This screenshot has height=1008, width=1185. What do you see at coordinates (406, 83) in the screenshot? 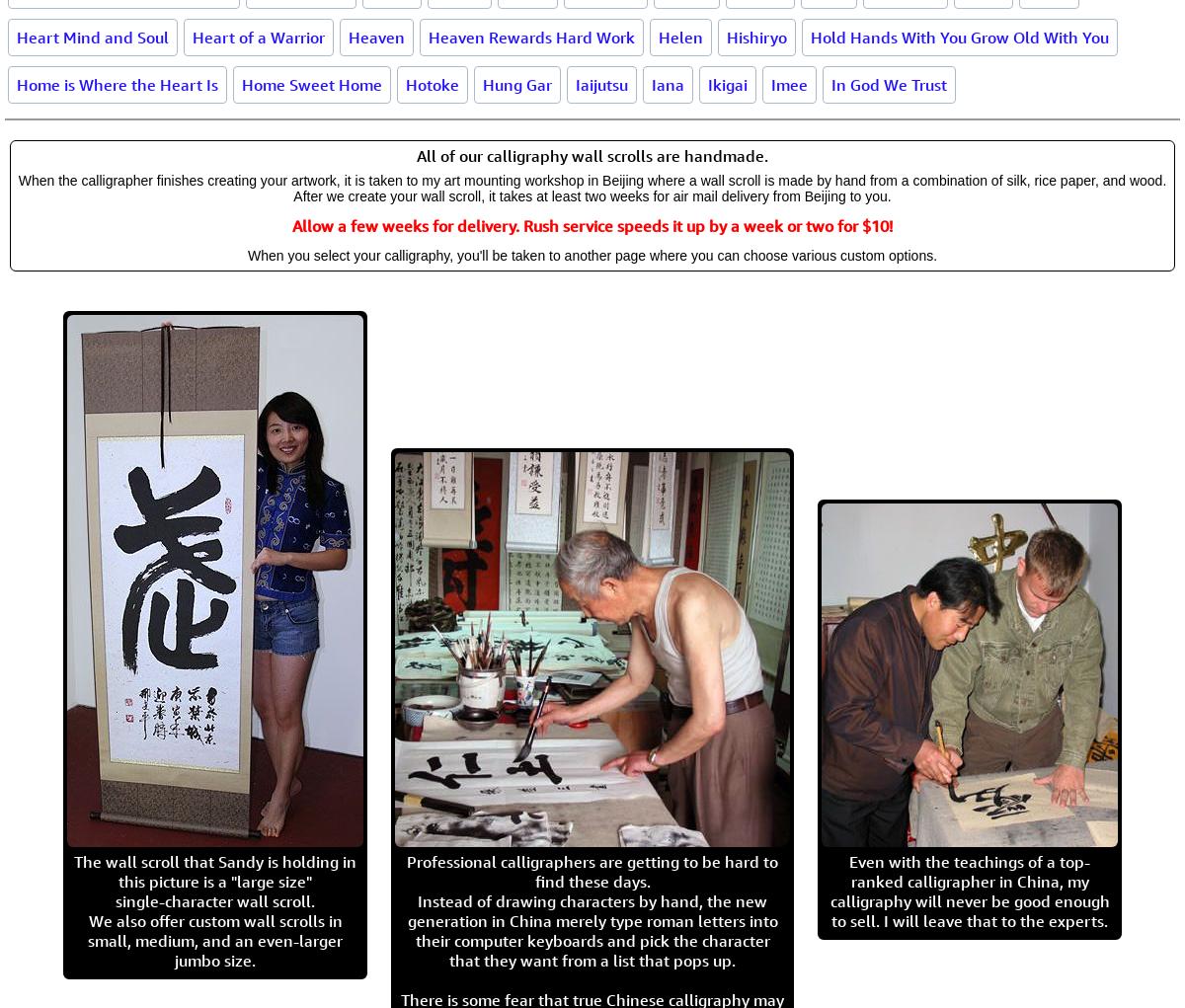
I see `'Hotoke'` at bounding box center [406, 83].